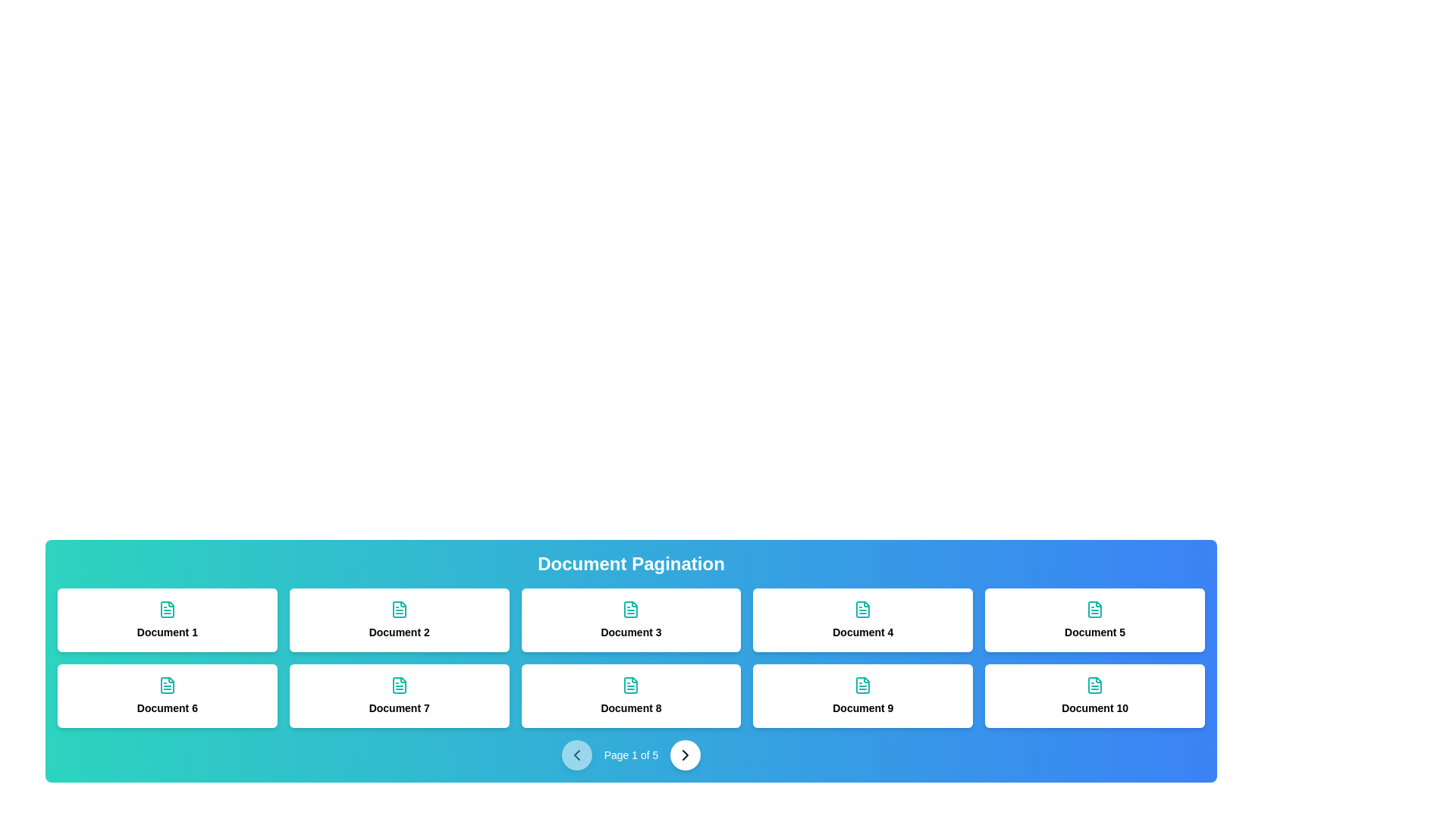 The width and height of the screenshot is (1456, 819). I want to click on the document icon located centrally within the card labeled 'Document 3', which is in the first row, third column of the grid layout, so click(631, 608).